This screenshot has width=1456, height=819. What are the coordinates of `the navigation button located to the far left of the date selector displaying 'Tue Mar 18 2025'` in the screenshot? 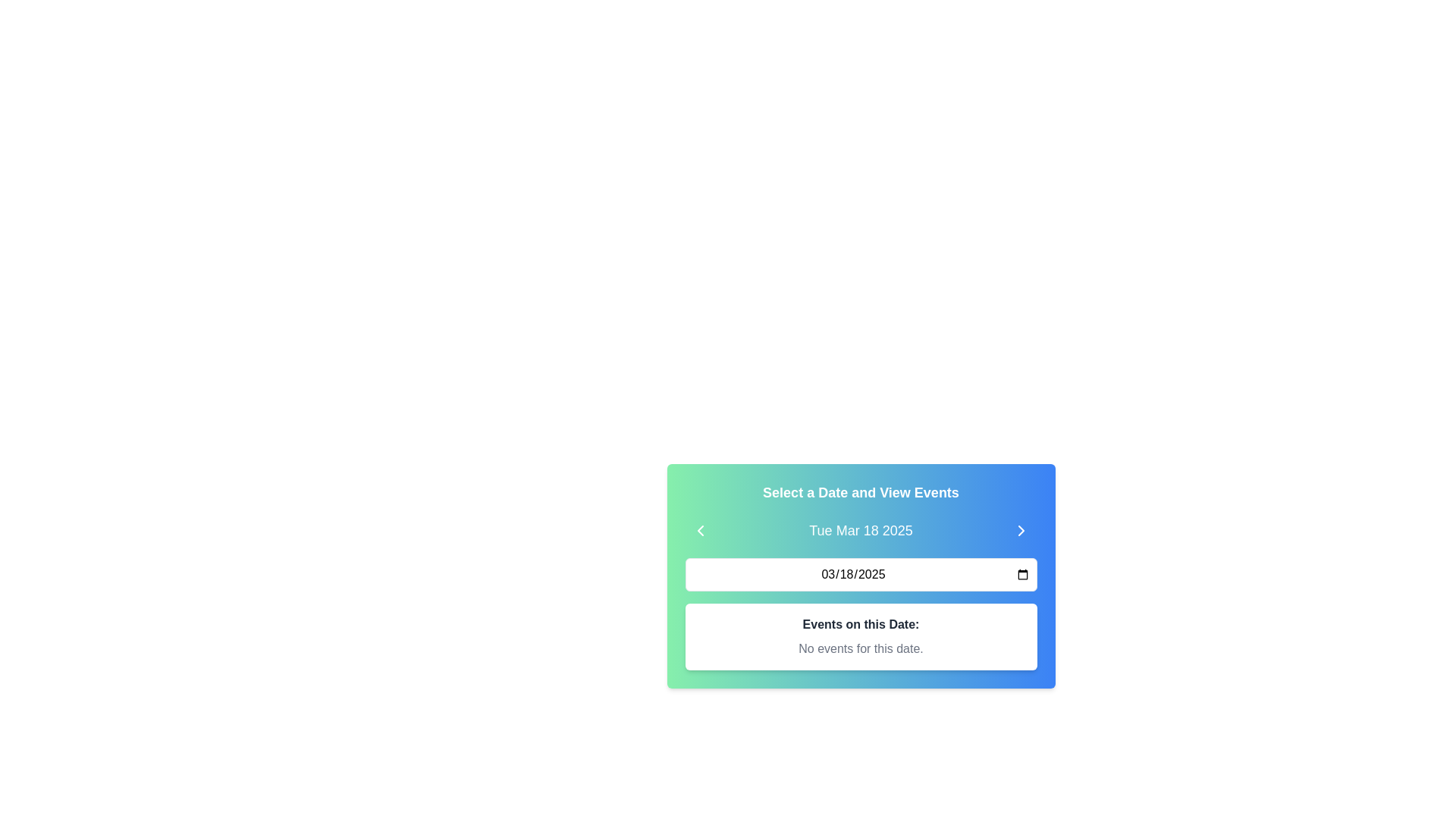 It's located at (699, 529).